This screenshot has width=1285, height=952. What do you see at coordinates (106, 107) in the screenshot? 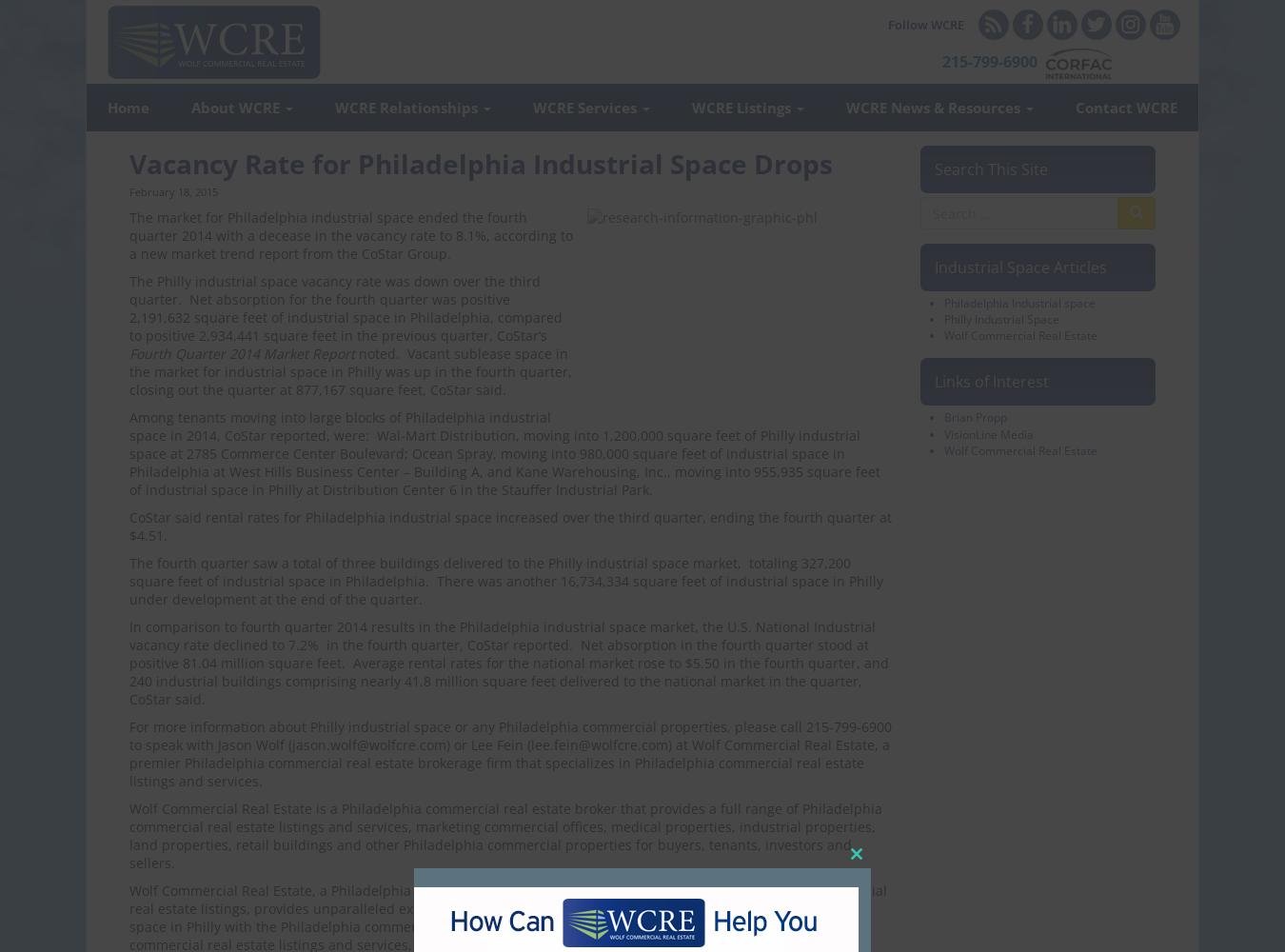
I see `'Home'` at bounding box center [106, 107].